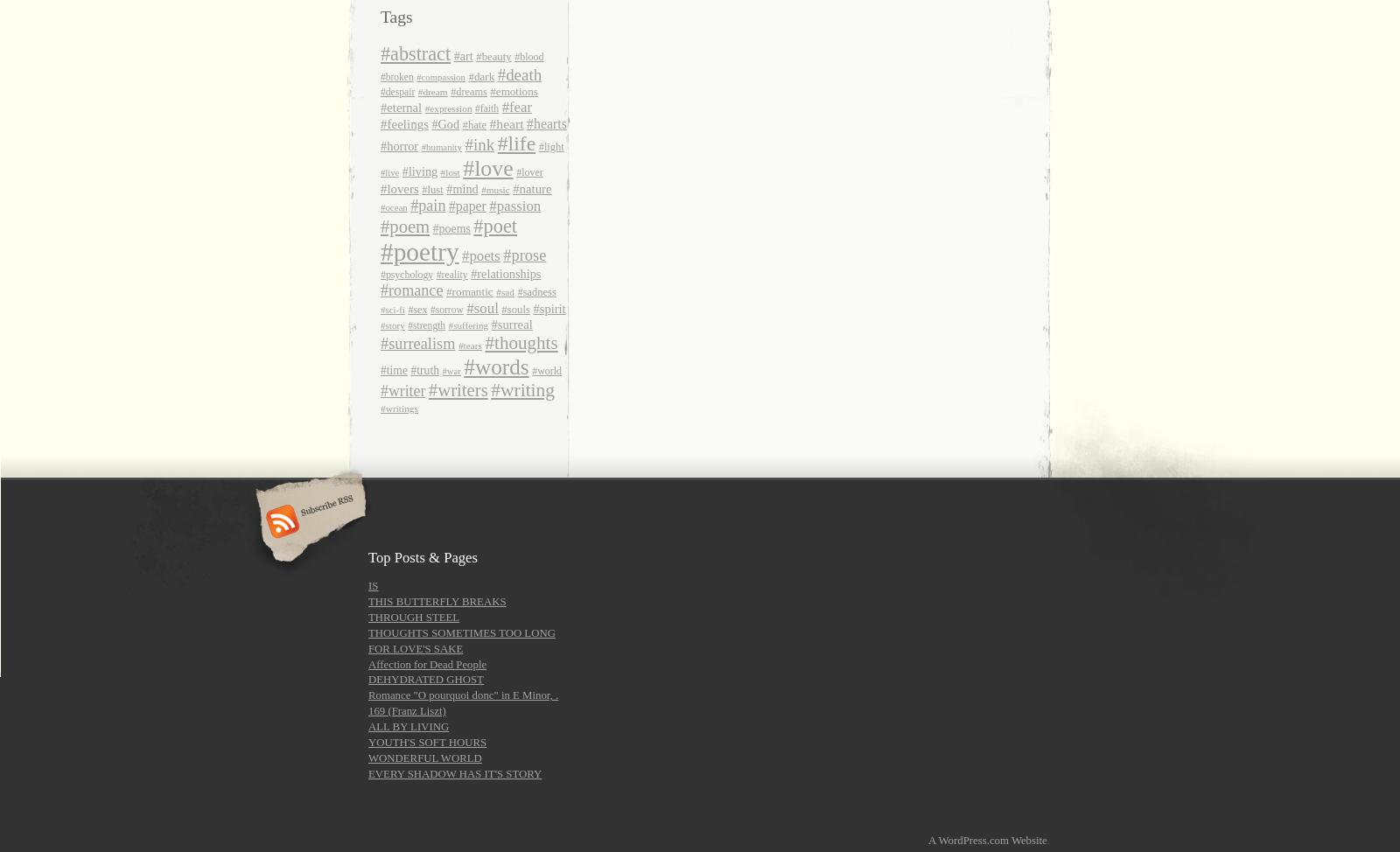  I want to click on 'DEHYDRATED GHOST', so click(424, 678).